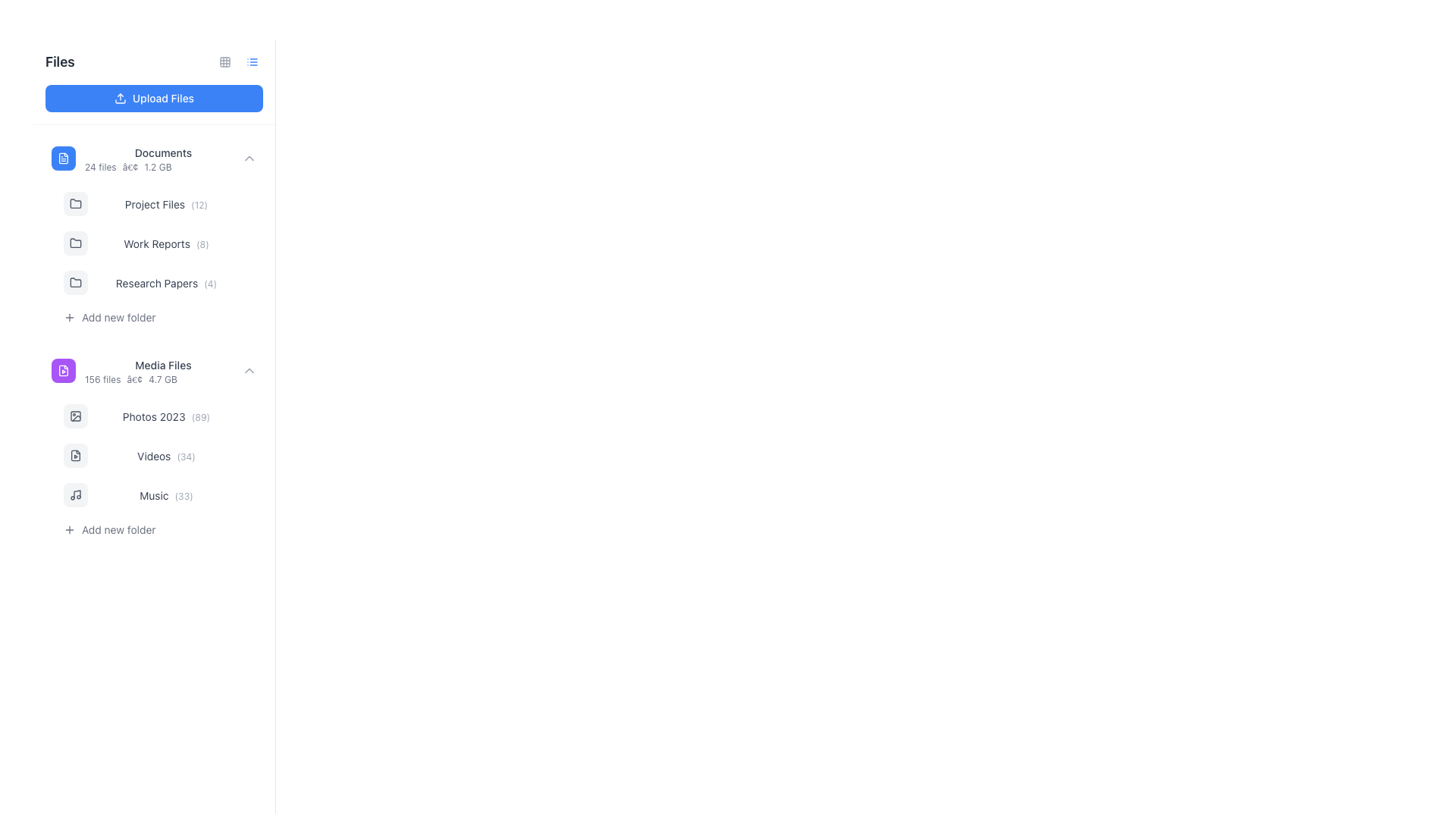 The height and width of the screenshot is (819, 1456). What do you see at coordinates (224, 61) in the screenshot?
I see `the Decorative grid cell located in the first row and first column of the 3x3 grid design, adjacent to the 'Upload Files' button` at bounding box center [224, 61].